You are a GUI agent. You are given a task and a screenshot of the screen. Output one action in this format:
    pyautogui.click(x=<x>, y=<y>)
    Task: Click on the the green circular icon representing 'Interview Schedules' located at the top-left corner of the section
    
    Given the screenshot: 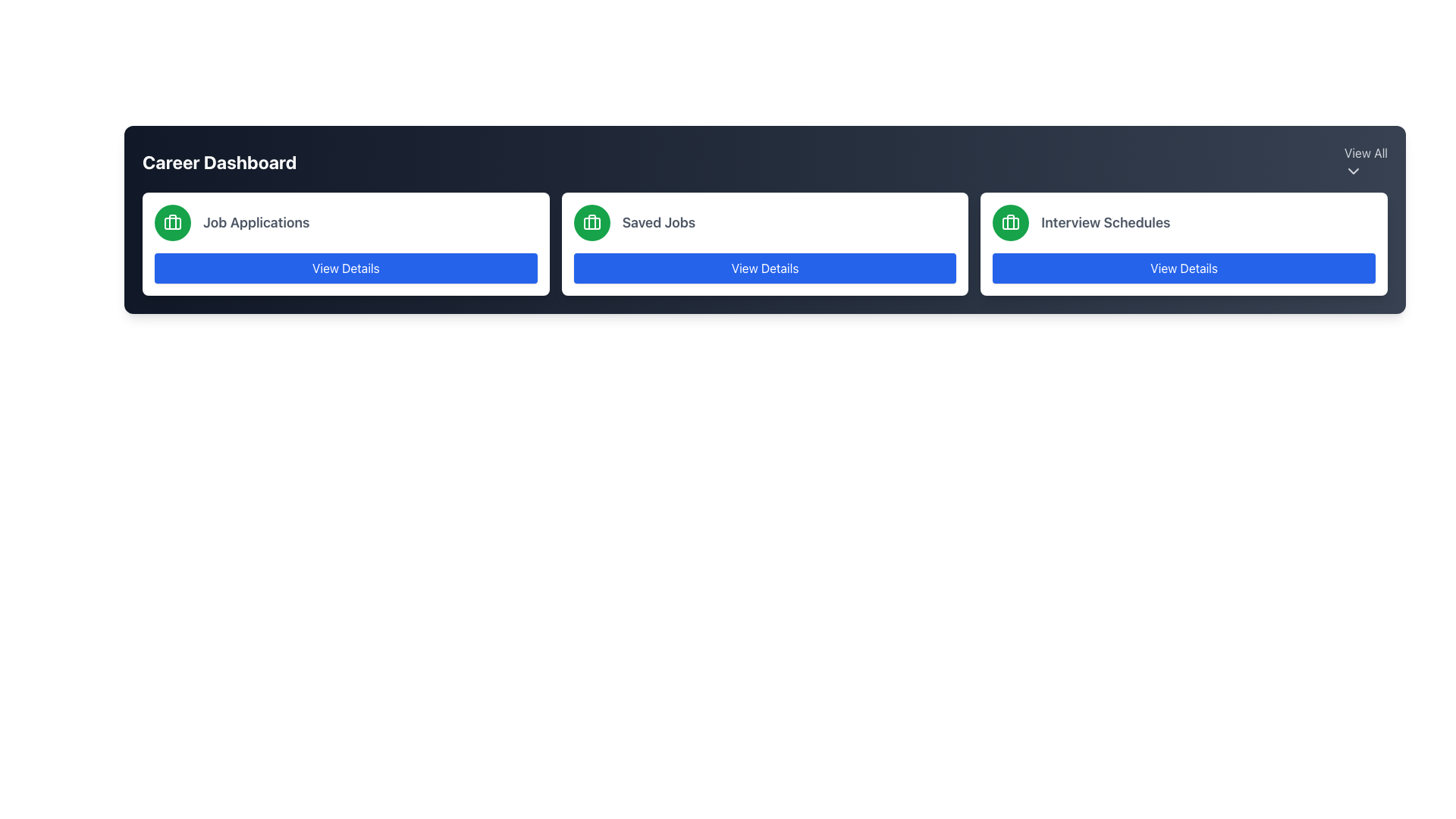 What is the action you would take?
    pyautogui.click(x=1011, y=222)
    